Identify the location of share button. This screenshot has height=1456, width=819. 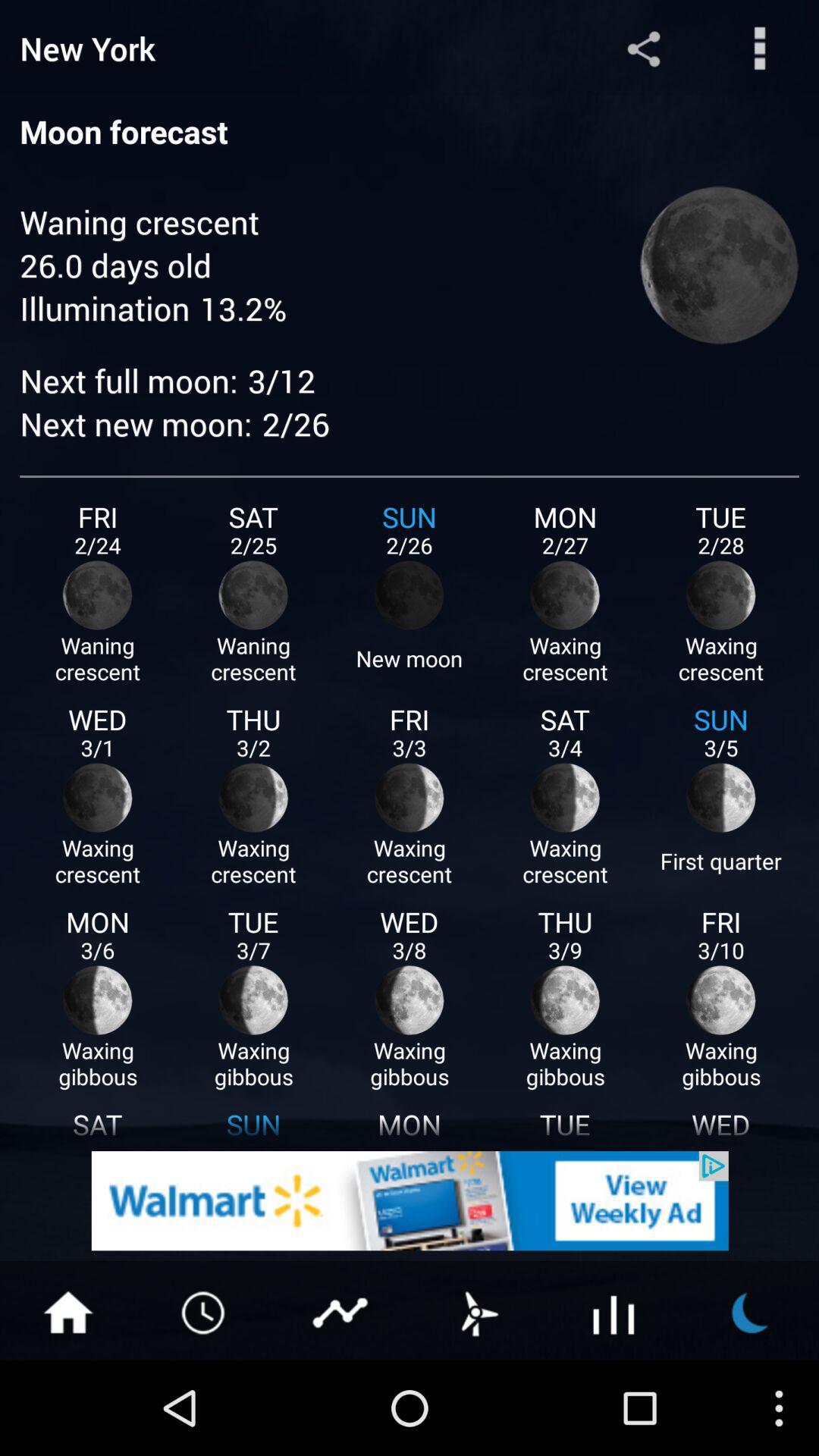
(643, 48).